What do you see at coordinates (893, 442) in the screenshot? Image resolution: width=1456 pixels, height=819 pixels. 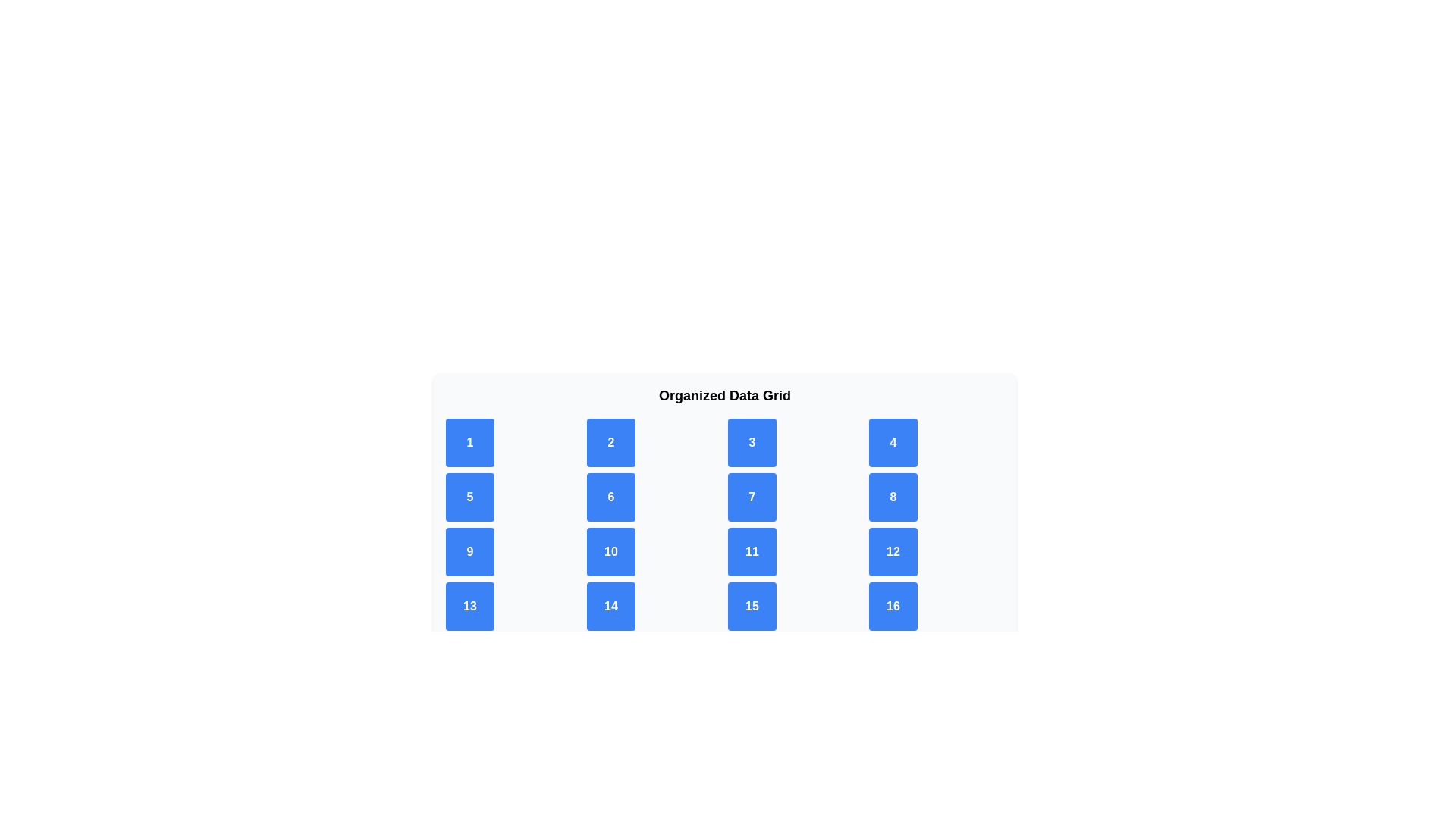 I see `the blue square button displaying the number '4', which is located in the first row and fourth column of the grid layout` at bounding box center [893, 442].